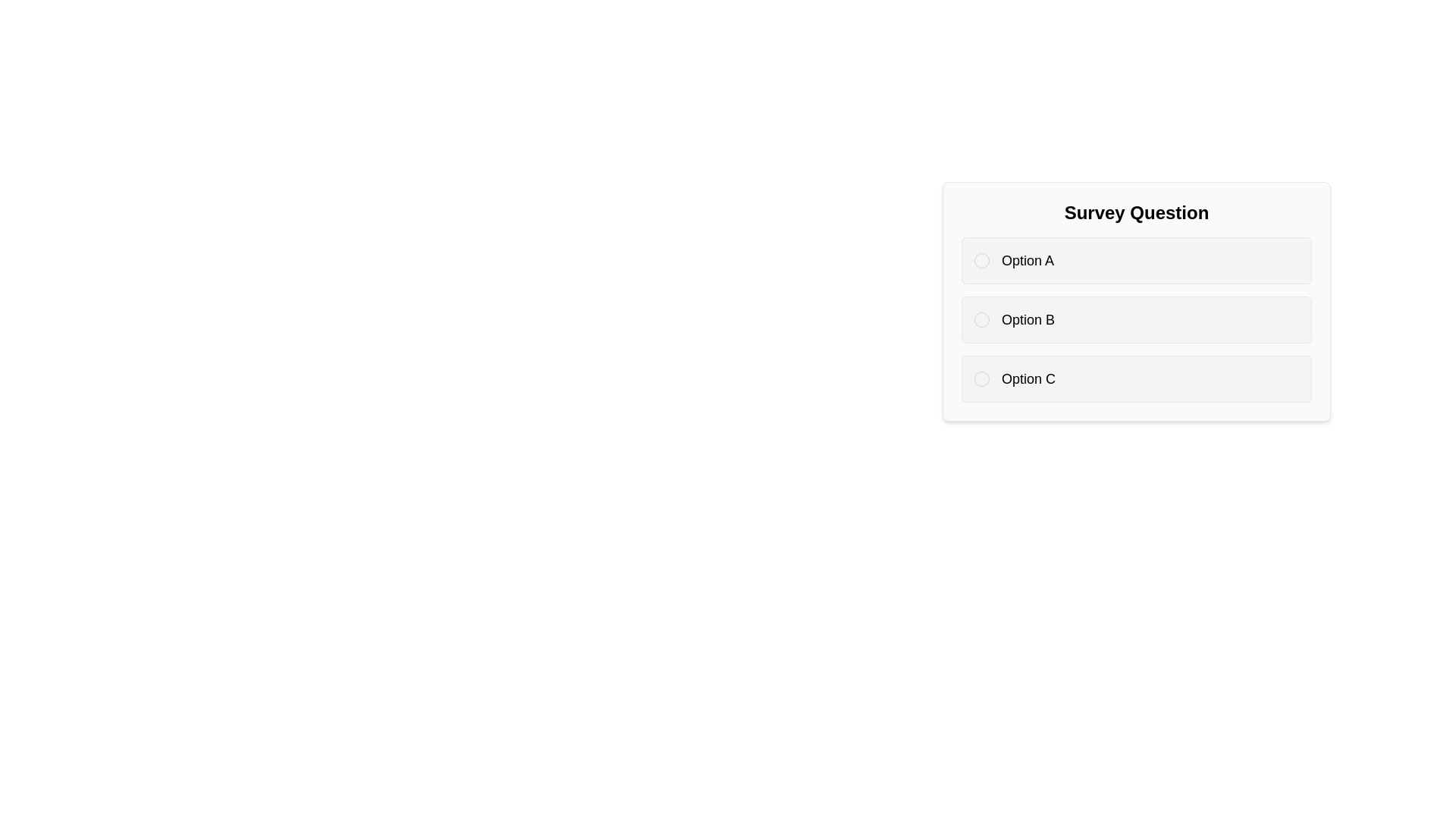 Image resolution: width=1456 pixels, height=819 pixels. Describe the element at coordinates (1136, 318) in the screenshot. I see `the 'Option B' radio button` at that location.